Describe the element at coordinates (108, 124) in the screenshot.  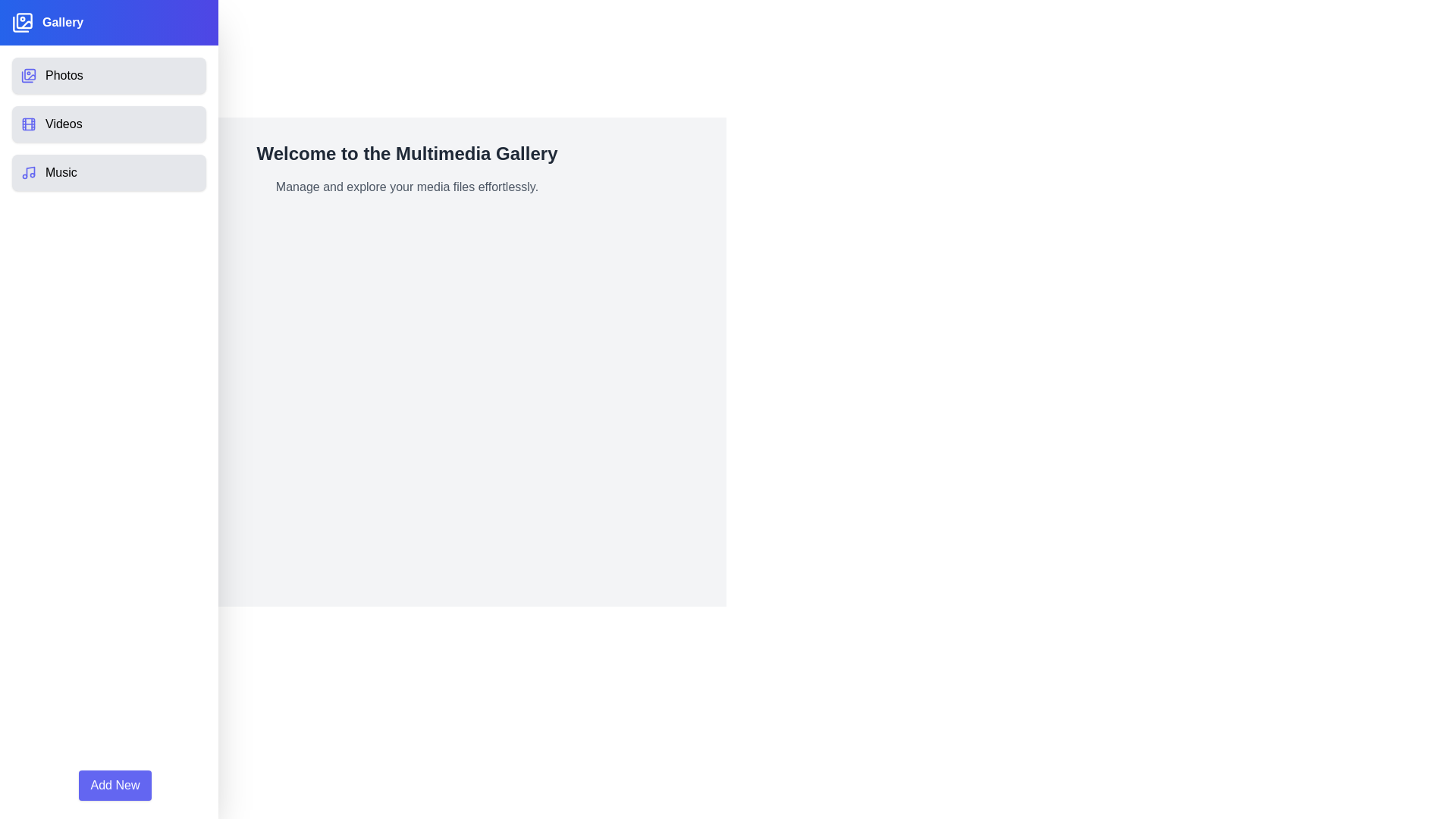
I see `the Videos category in the Multimedia Gallery Drawer` at that location.